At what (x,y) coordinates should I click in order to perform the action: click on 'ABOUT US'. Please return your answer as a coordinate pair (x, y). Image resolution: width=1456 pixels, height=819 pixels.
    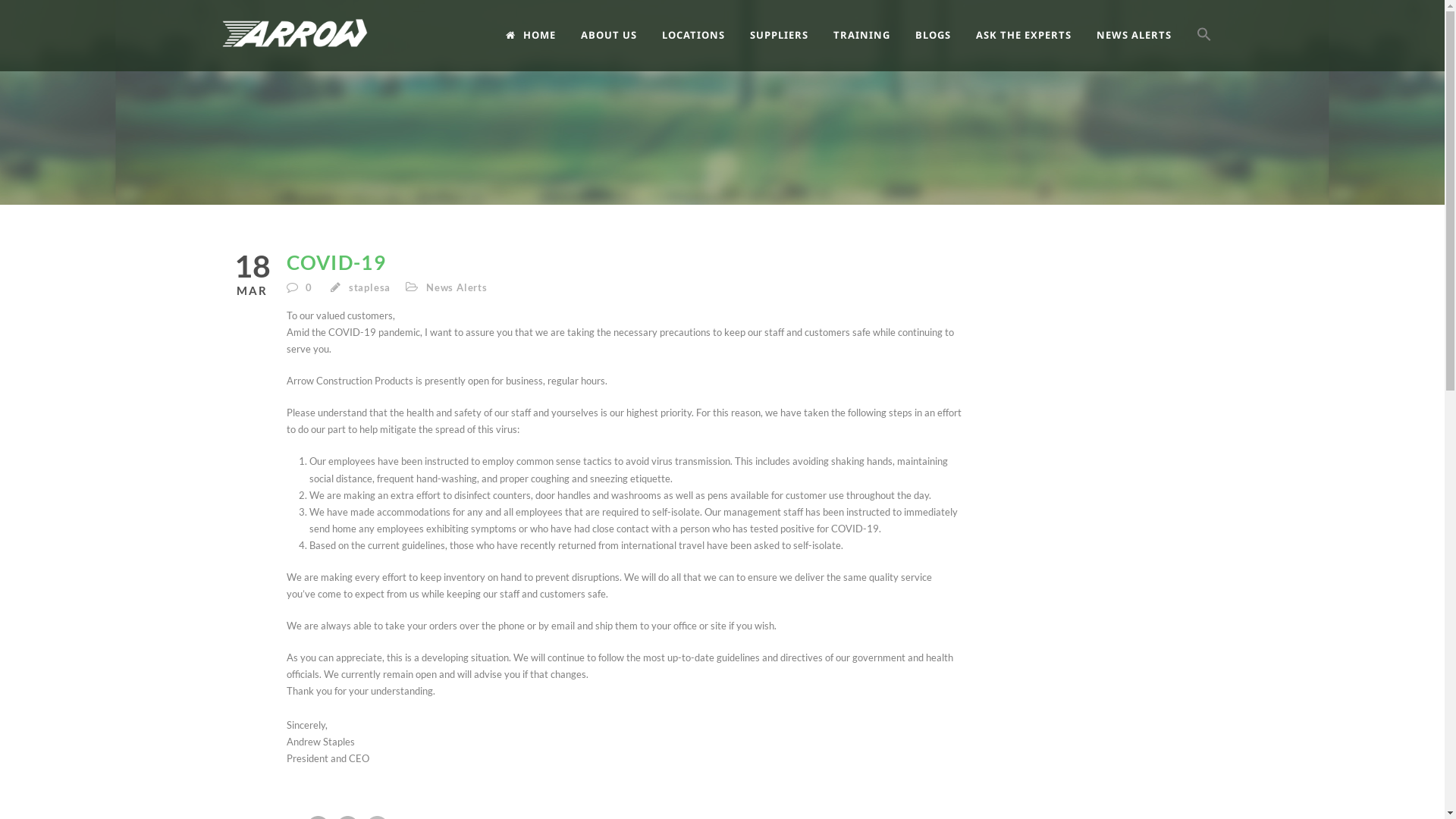
    Looking at the image, I should click on (580, 46).